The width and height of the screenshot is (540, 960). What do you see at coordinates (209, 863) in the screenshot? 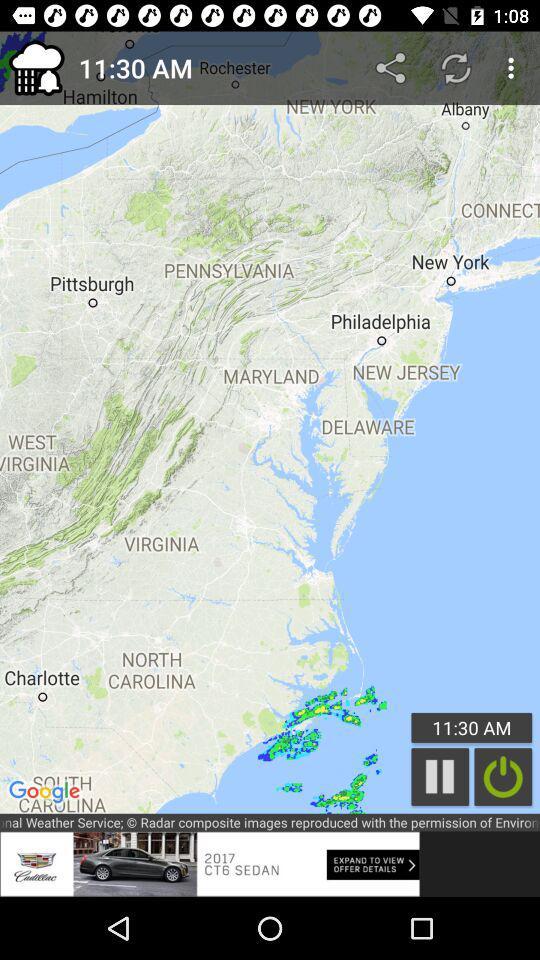
I see `advertisement` at bounding box center [209, 863].